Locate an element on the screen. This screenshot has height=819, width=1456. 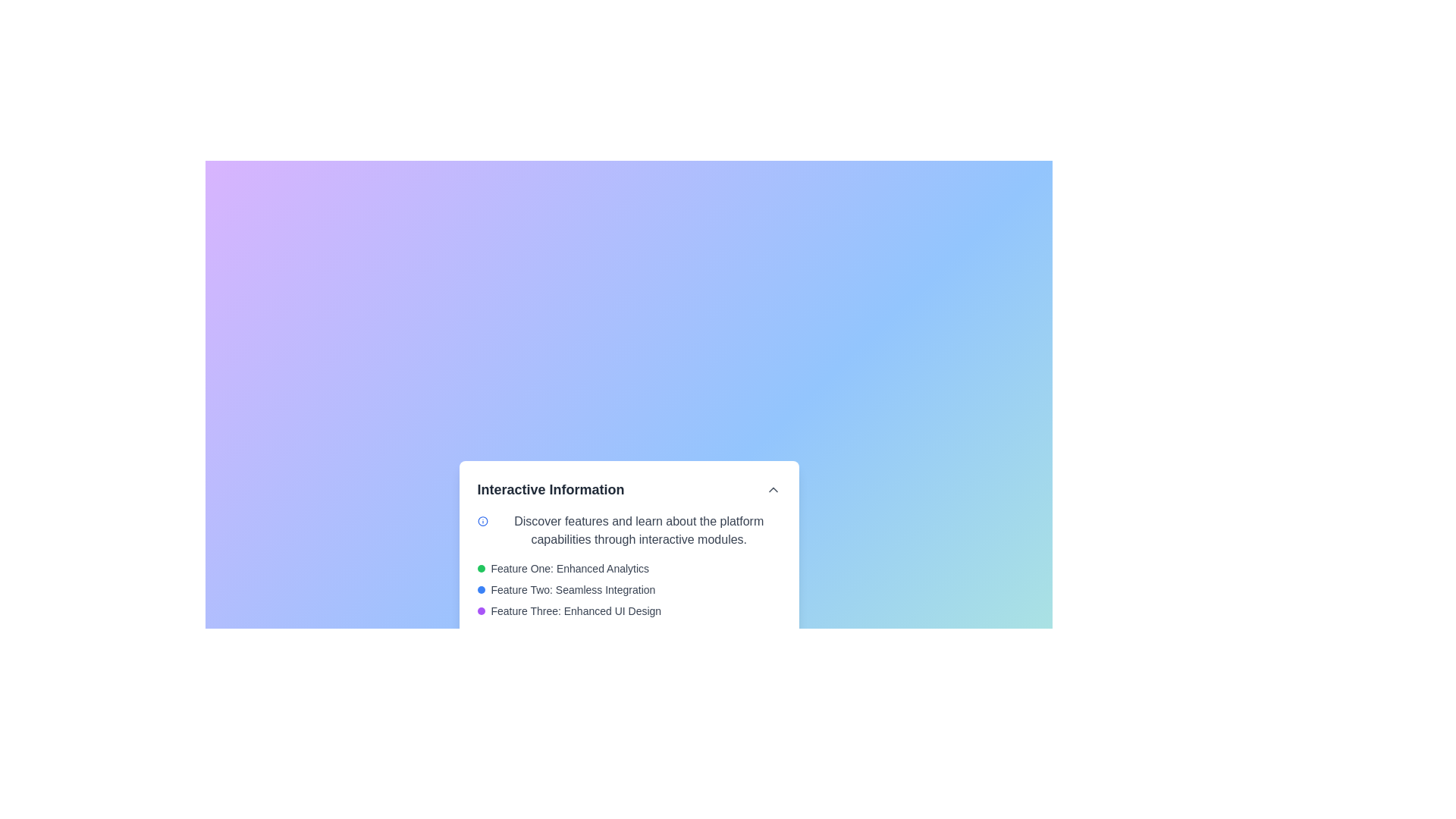
description of the static text label that presents information about Enhanced Analytics, which is the second component in the interactive information panel is located at coordinates (569, 568).